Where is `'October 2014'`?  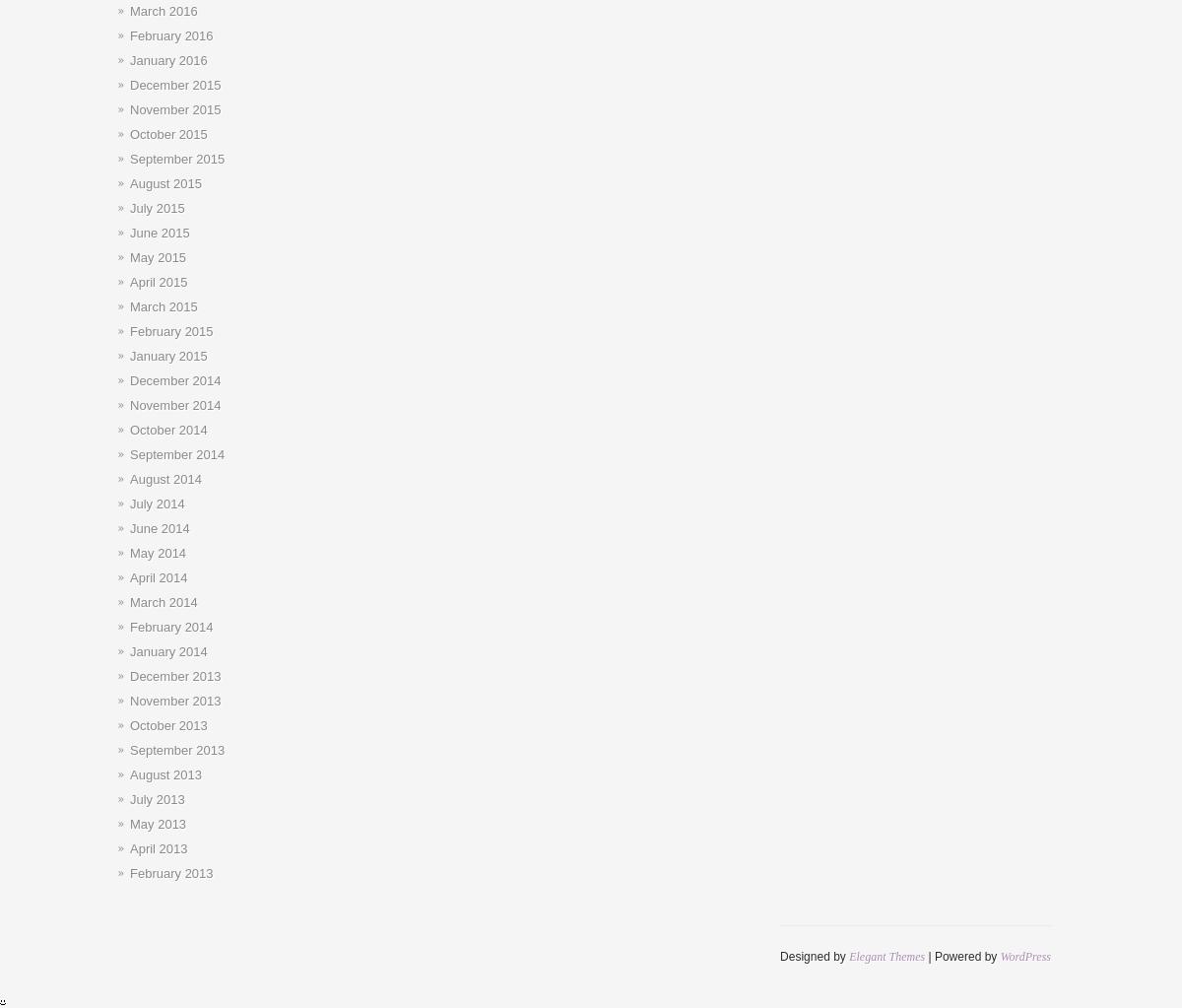
'October 2014' is located at coordinates (166, 429).